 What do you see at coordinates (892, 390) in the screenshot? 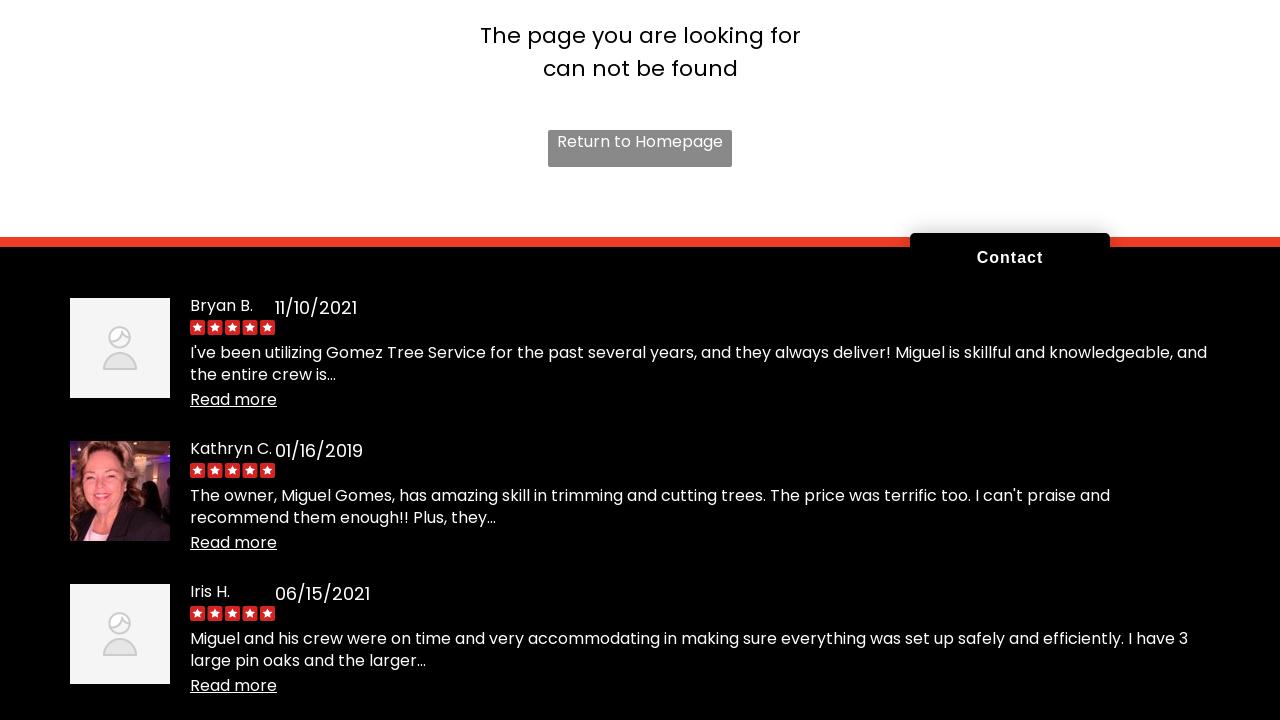
I see `'Thanks for stopping by! We're here to help, please don't hesitate to reach out.'` at bounding box center [892, 390].